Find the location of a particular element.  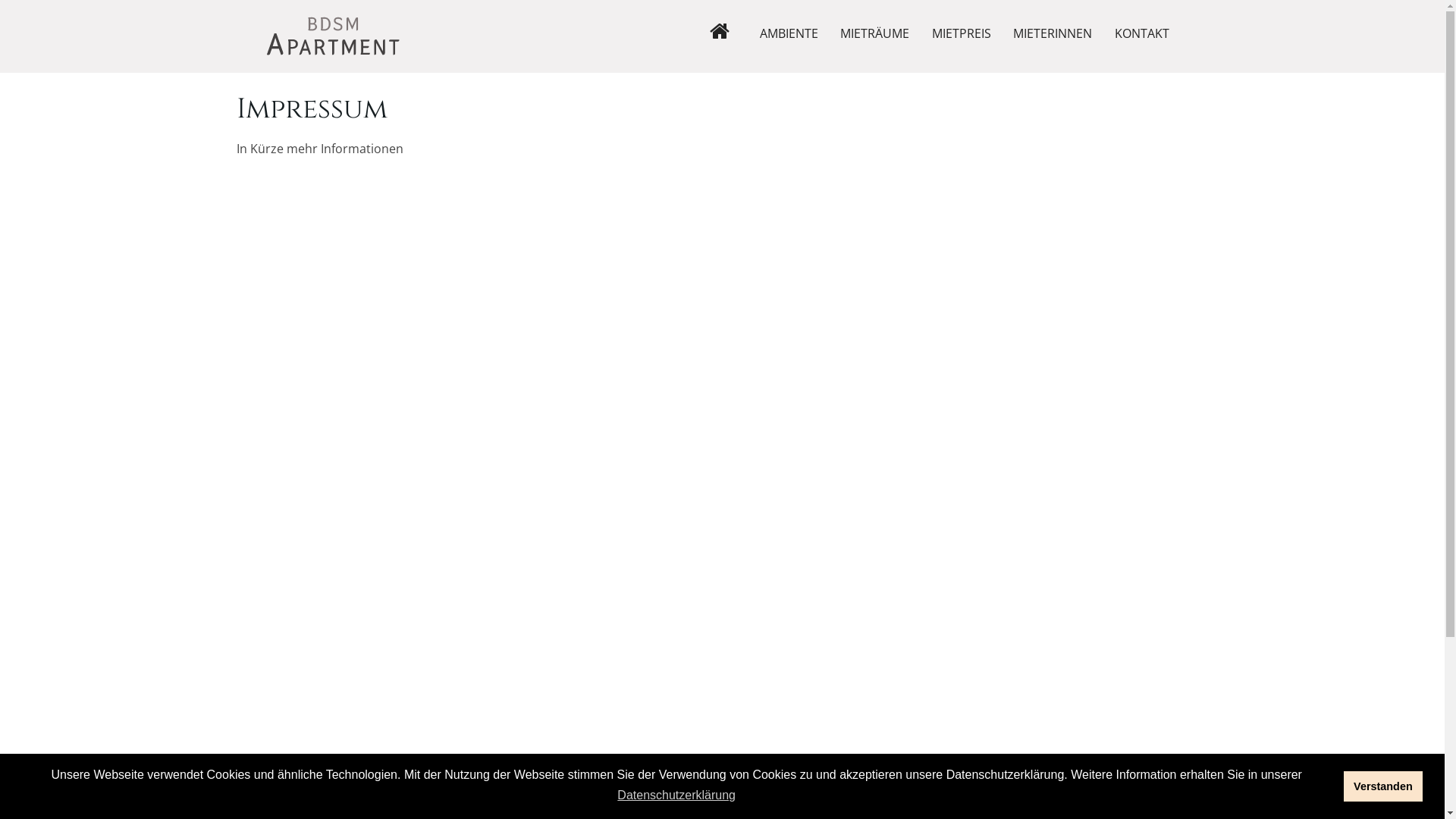

'MIETERINNEN' is located at coordinates (1051, 33).